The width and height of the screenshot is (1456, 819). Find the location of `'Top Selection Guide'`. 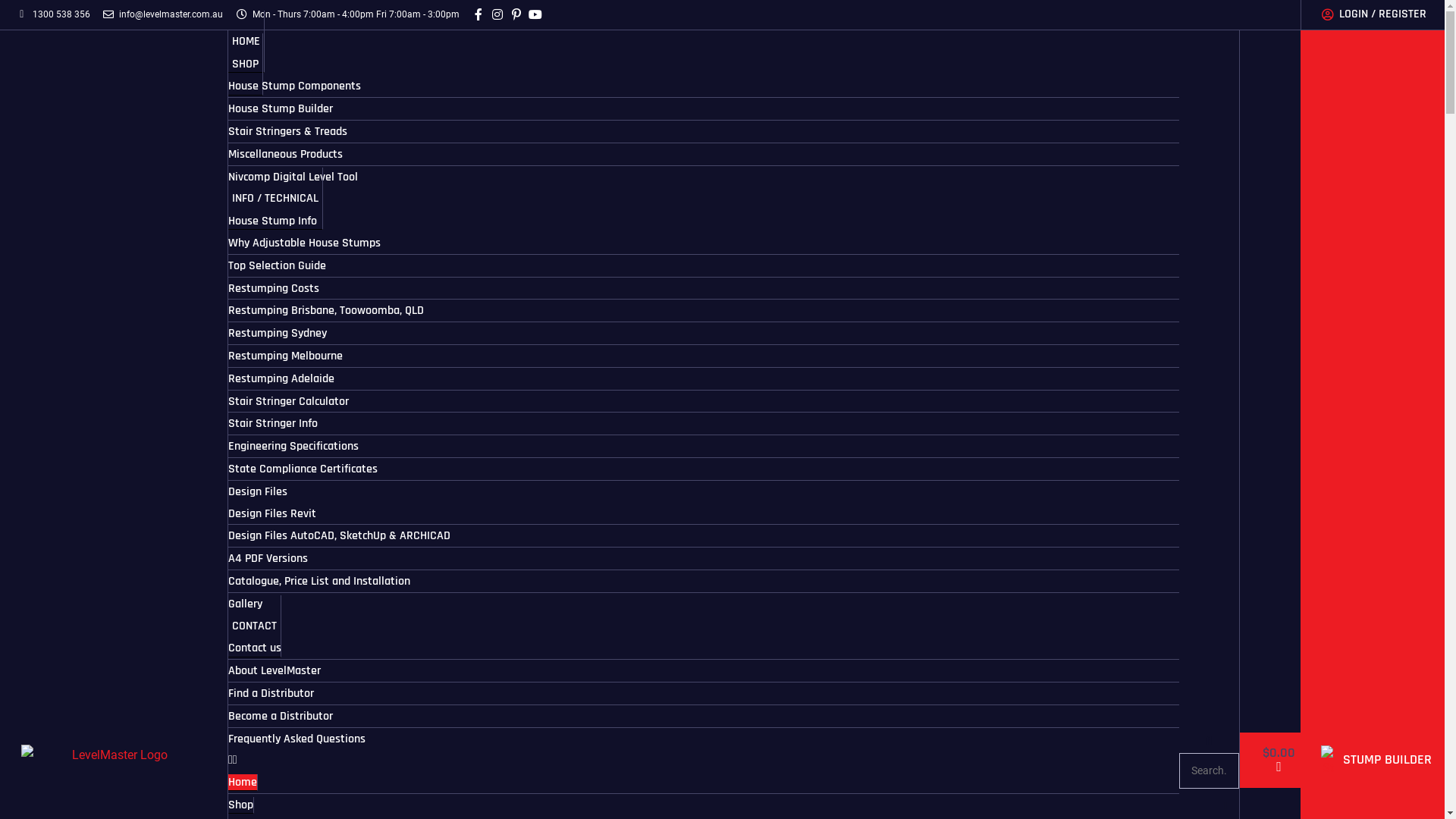

'Top Selection Guide' is located at coordinates (227, 265).